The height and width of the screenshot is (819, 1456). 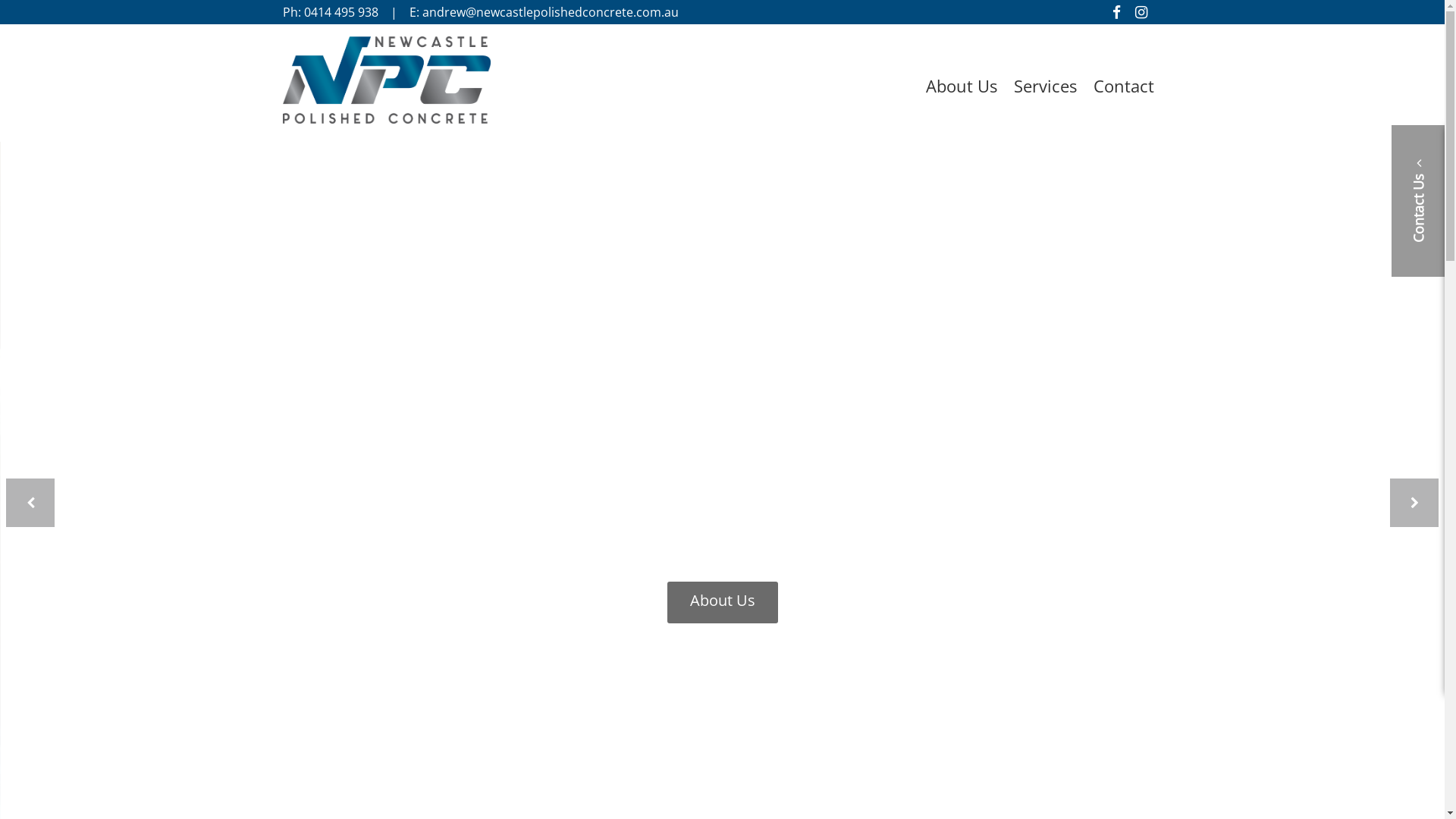 I want to click on 'Like us on Facebook', so click(x=1116, y=11).